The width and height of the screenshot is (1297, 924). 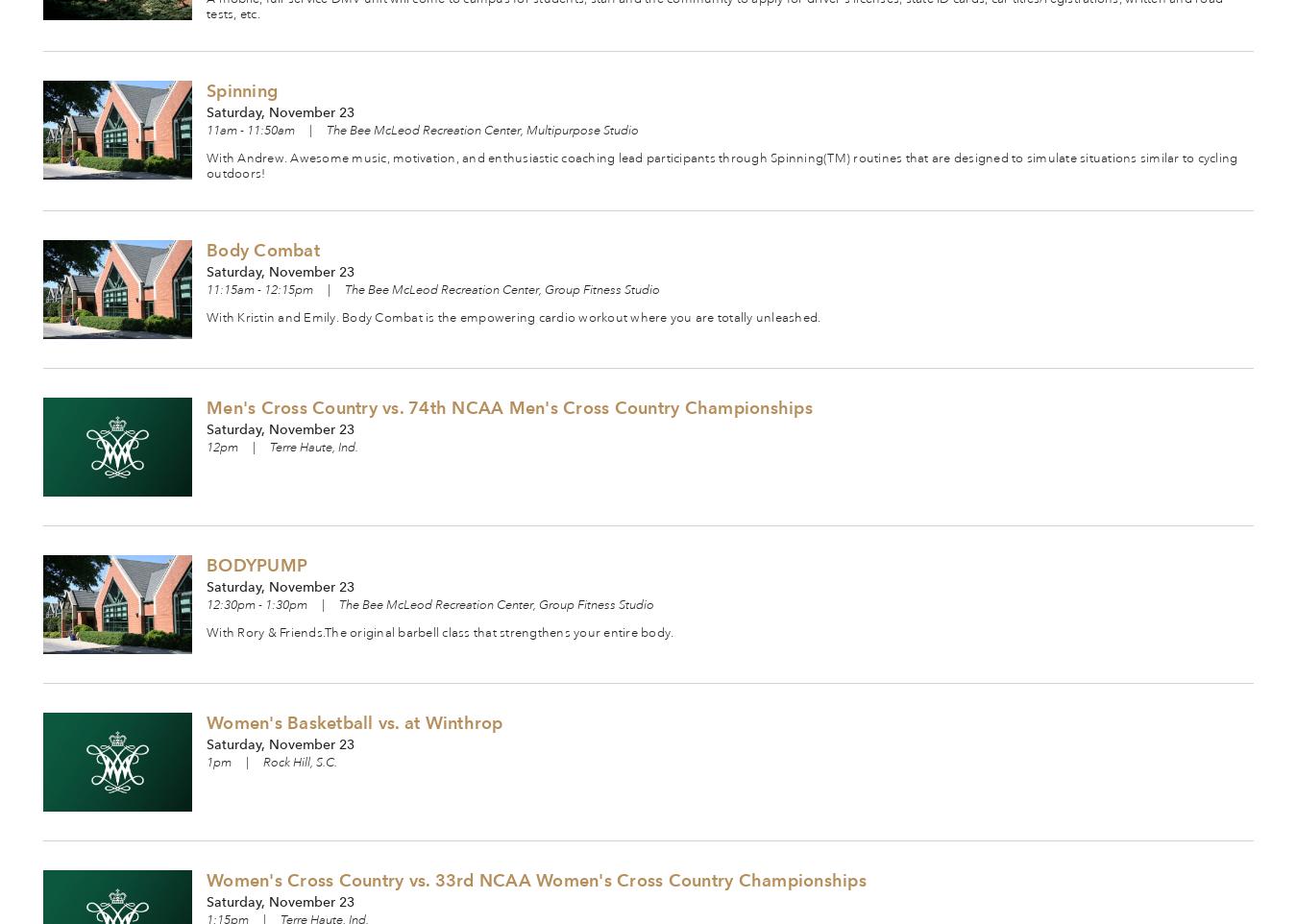 I want to click on 'The Bee McLeod Recreation Center, Multipurpose Studio', so click(x=481, y=130).